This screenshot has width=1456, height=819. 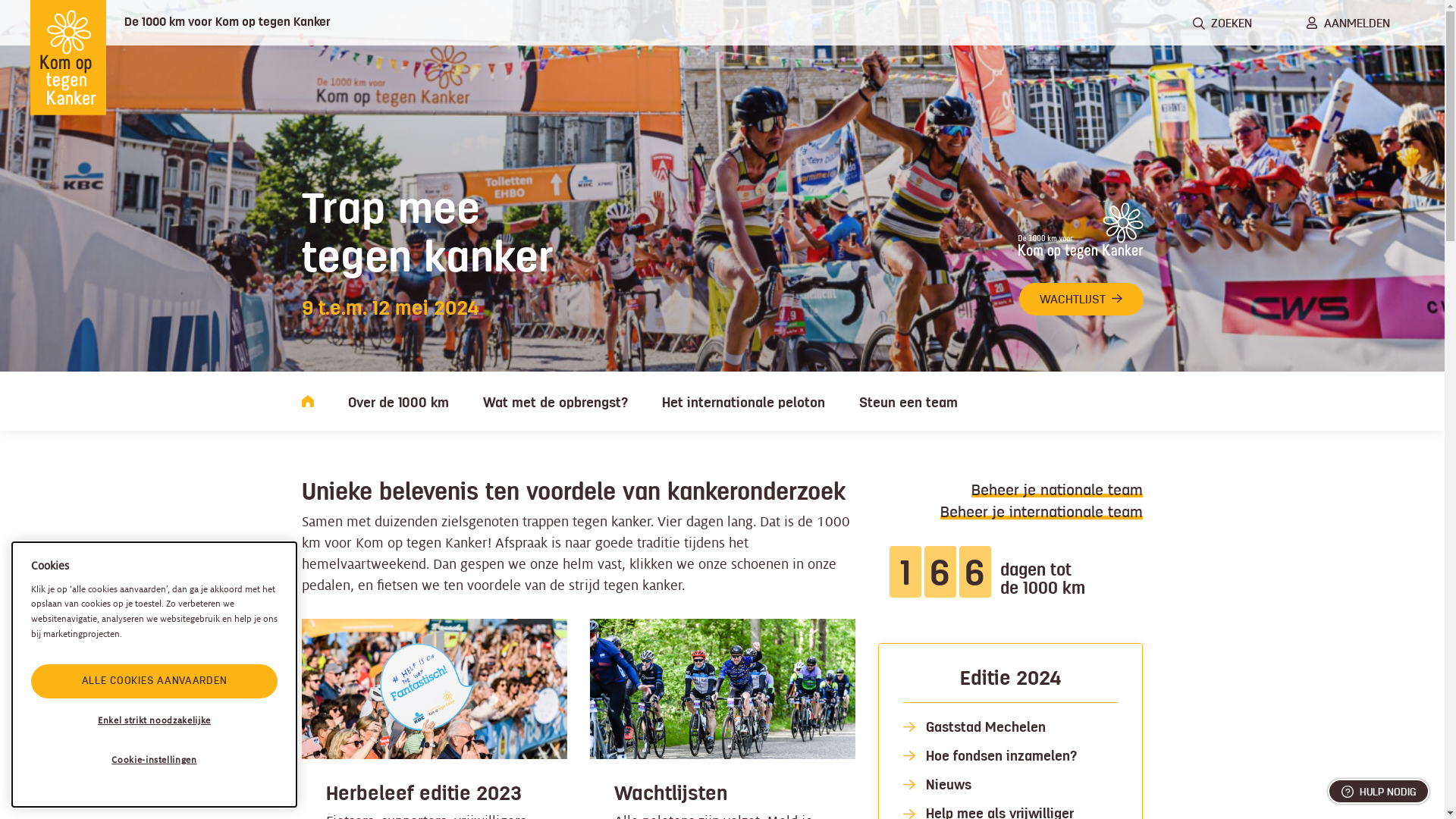 What do you see at coordinates (1000, 755) in the screenshot?
I see `'Hoe fondsen inzamelen?'` at bounding box center [1000, 755].